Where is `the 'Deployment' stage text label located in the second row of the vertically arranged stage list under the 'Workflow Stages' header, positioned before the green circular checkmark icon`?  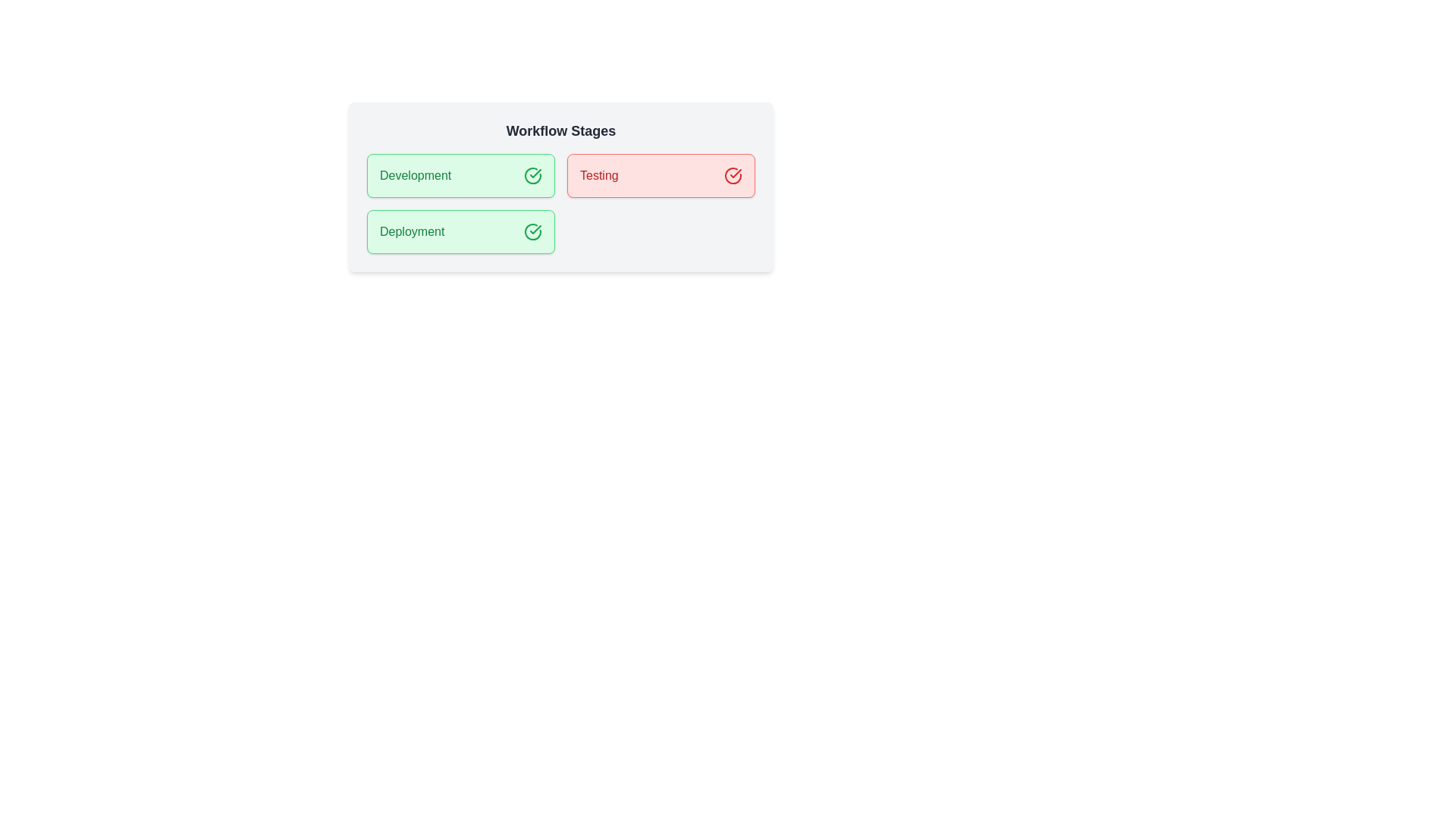 the 'Deployment' stage text label located in the second row of the vertically arranged stage list under the 'Workflow Stages' header, positioned before the green circular checkmark icon is located at coordinates (412, 231).